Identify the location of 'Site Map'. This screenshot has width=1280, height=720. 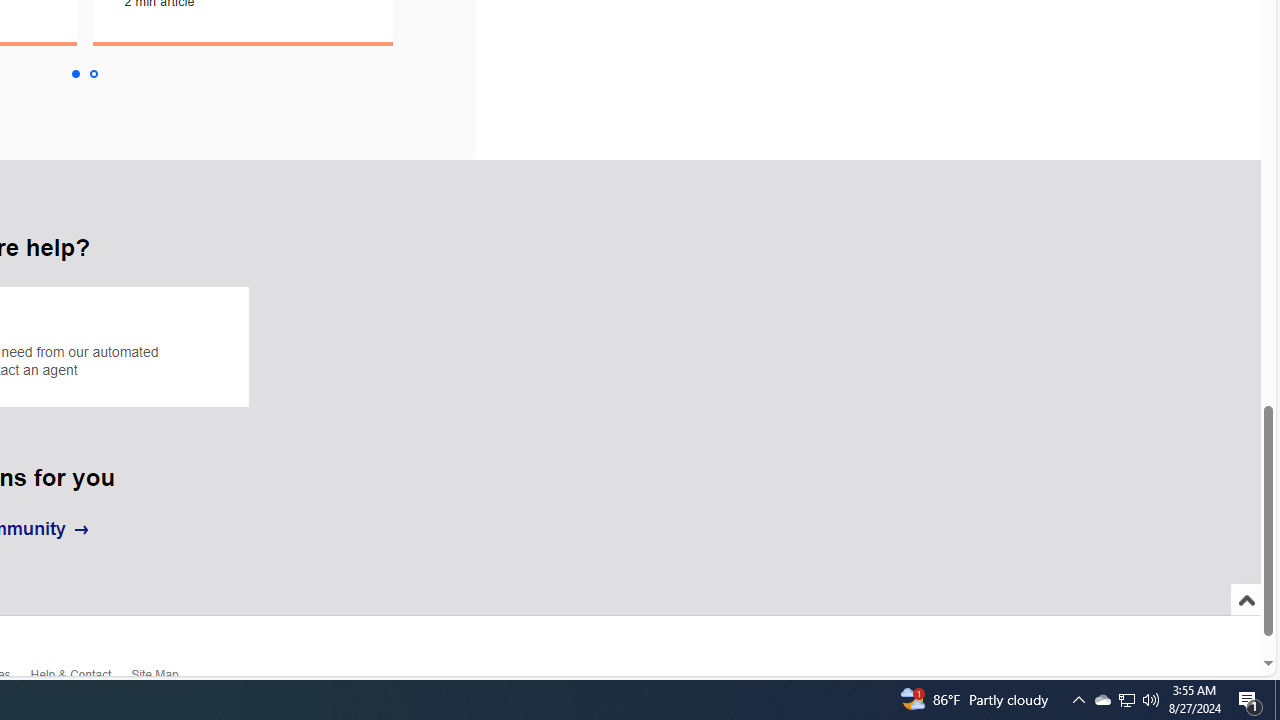
(164, 679).